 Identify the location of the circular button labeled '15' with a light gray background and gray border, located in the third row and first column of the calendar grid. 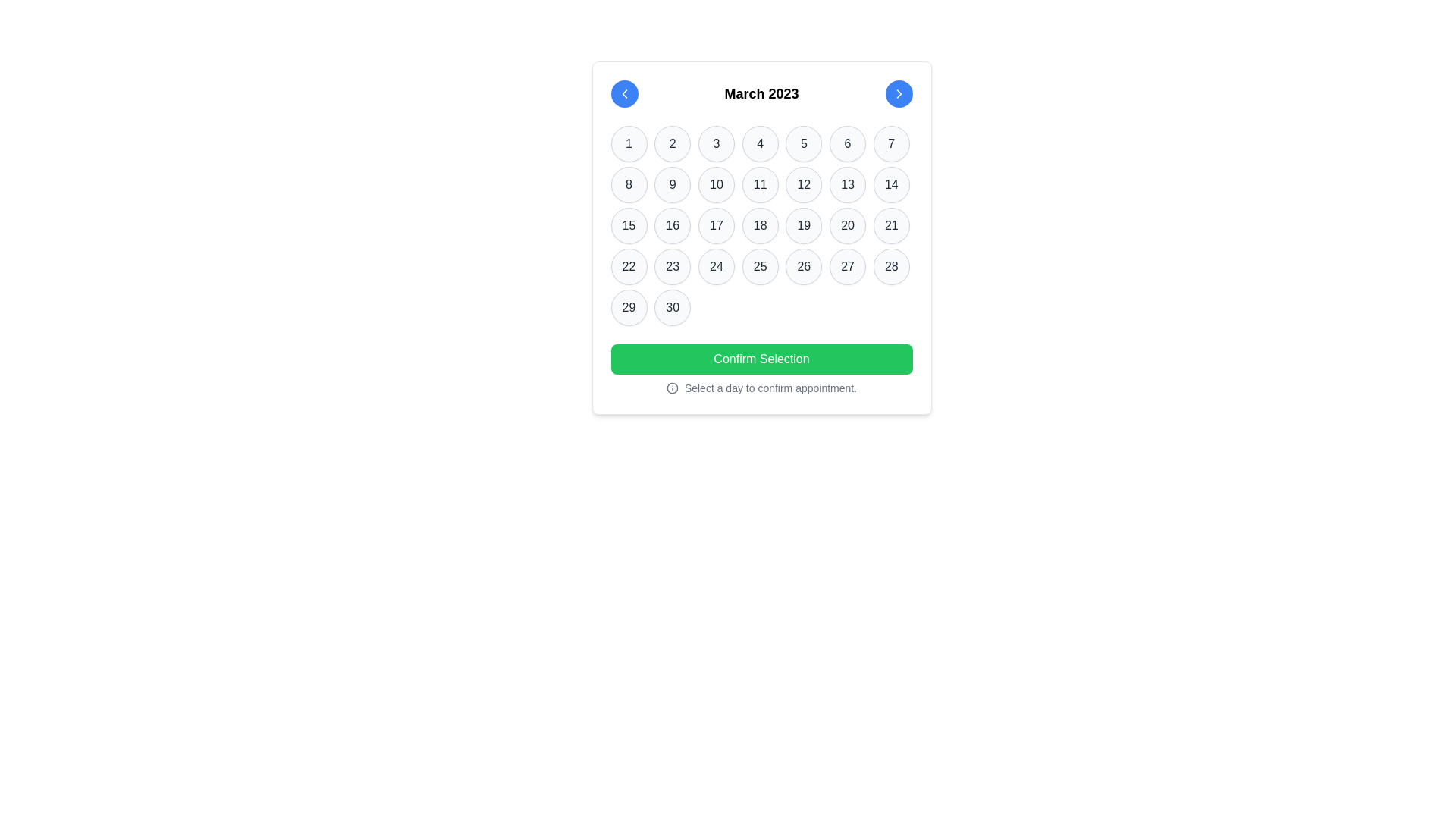
(629, 225).